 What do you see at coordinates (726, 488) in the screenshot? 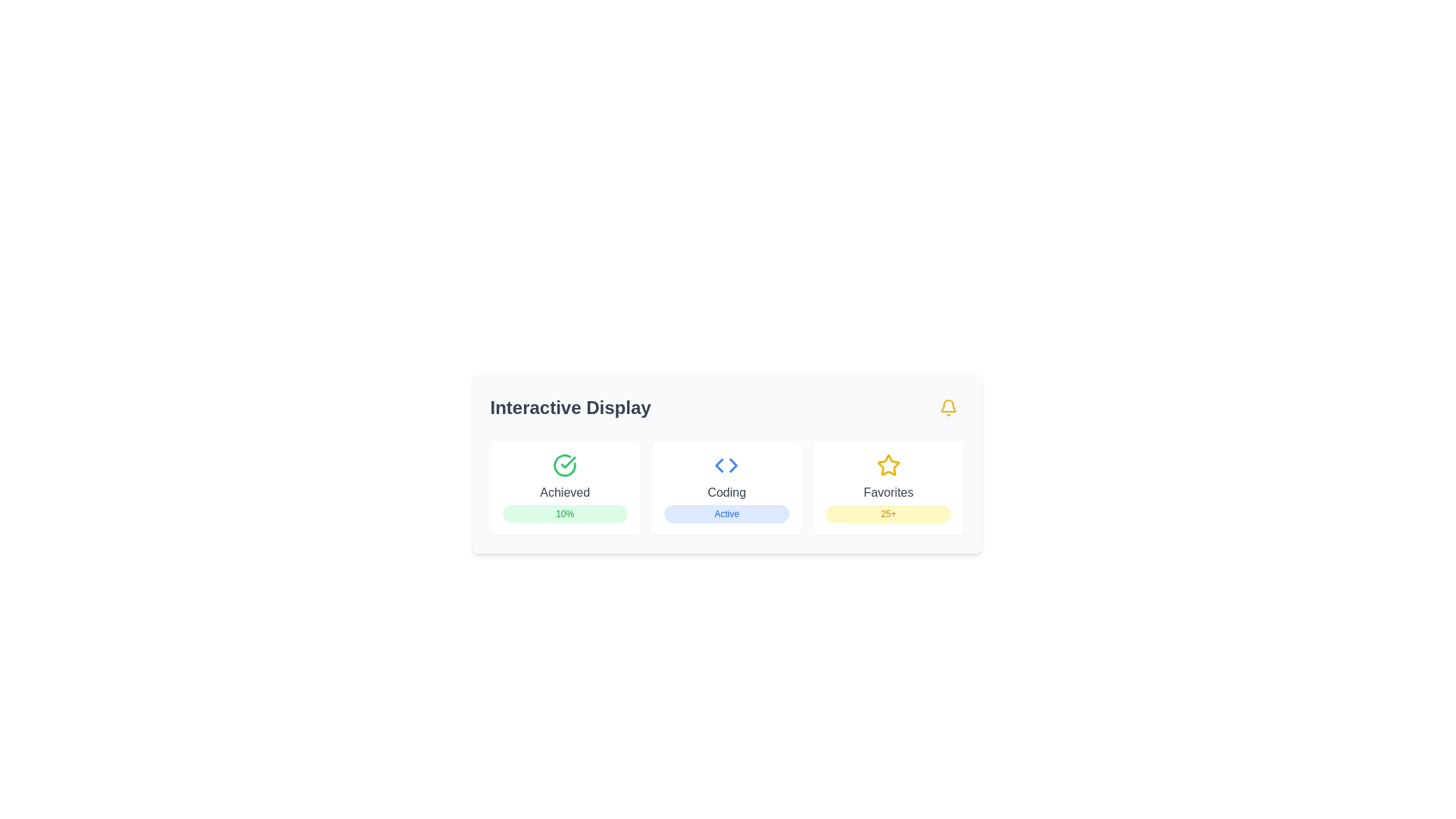
I see `displayed information from the Informational card block labeled 'Coding' with an 'Active' status, which is centrally located in the card group between 'Achieved' and 'Favorites'` at bounding box center [726, 488].